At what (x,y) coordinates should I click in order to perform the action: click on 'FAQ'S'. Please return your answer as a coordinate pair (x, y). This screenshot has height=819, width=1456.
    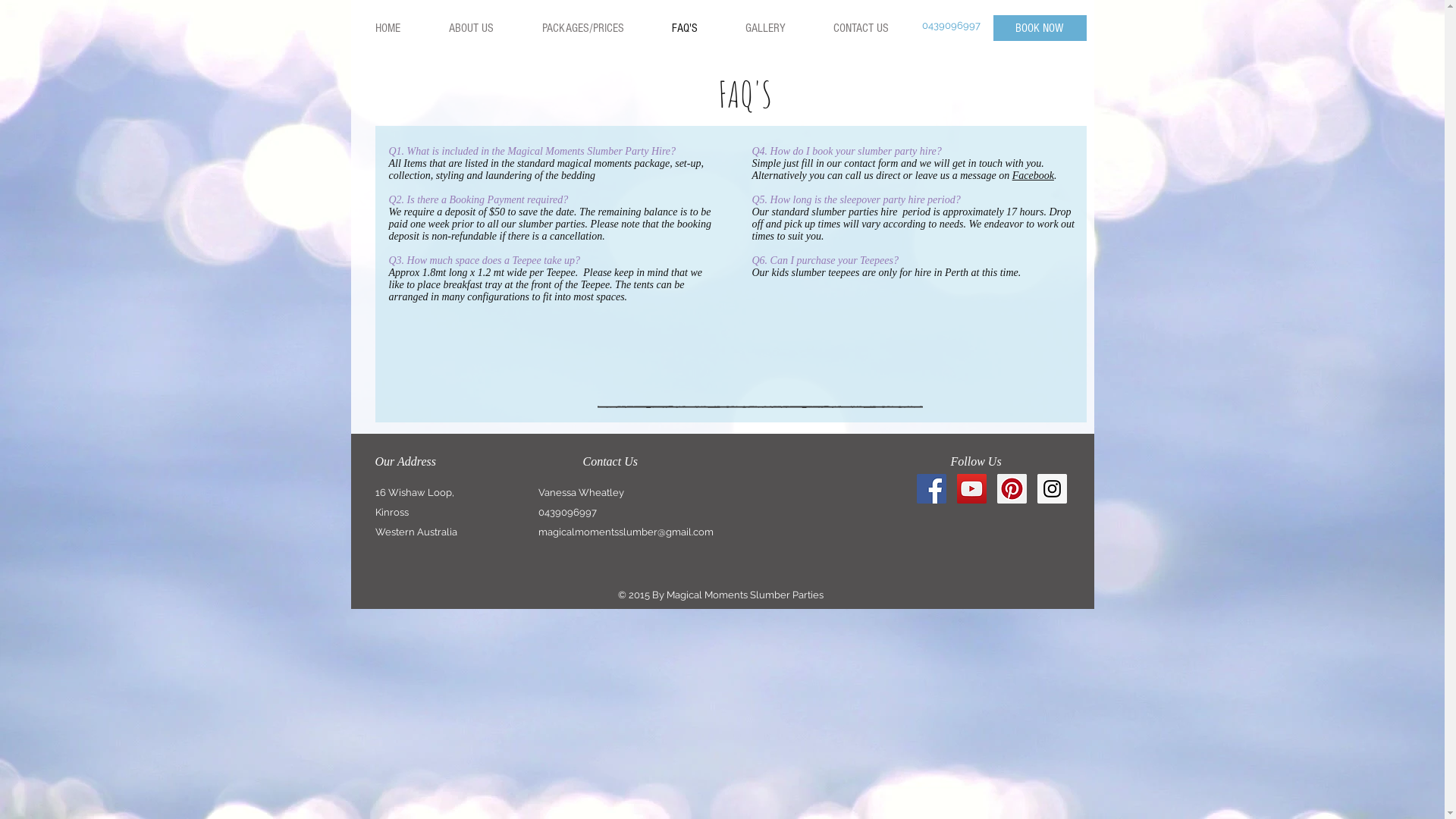
    Looking at the image, I should click on (683, 28).